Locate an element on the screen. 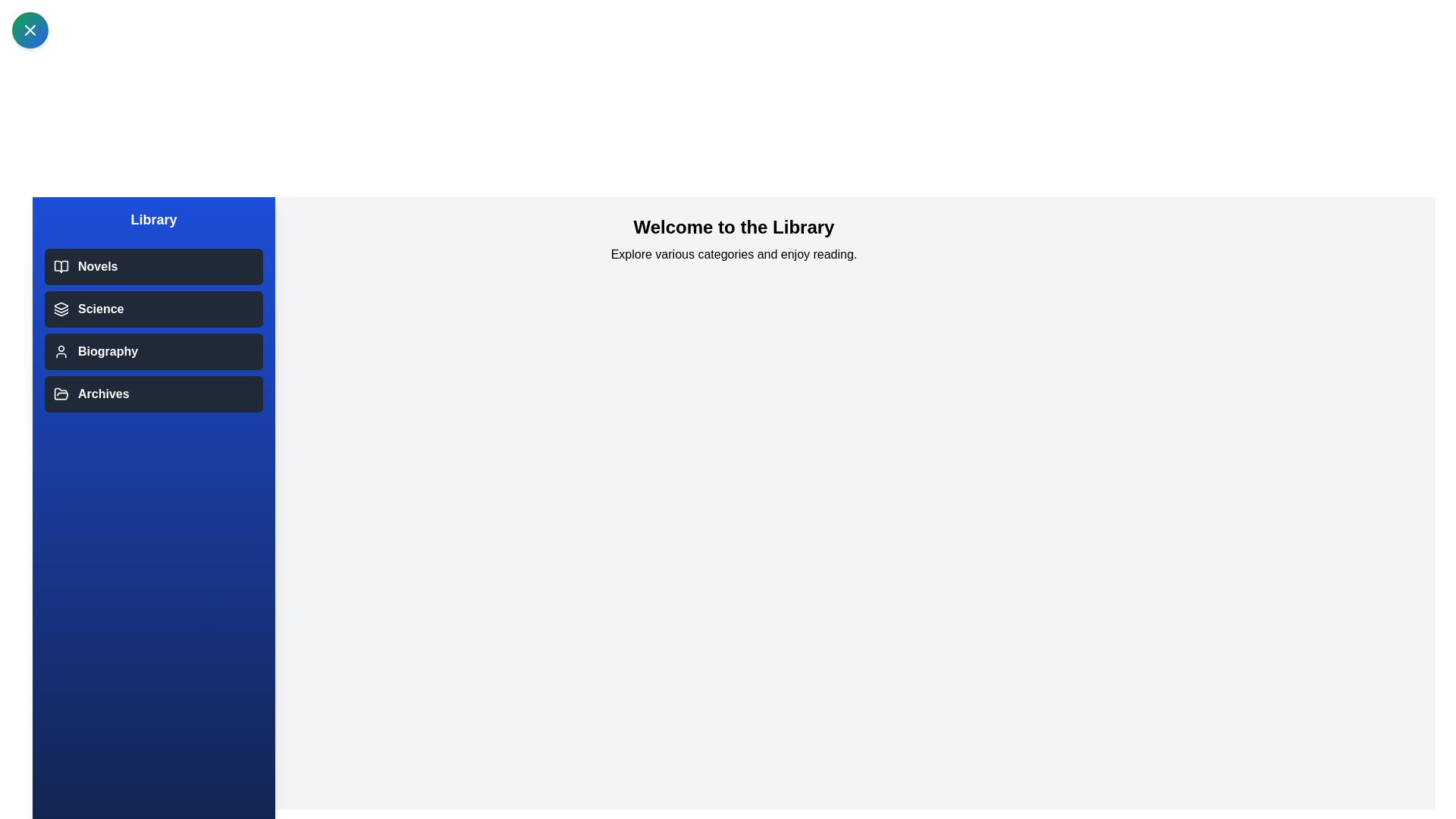  the category Science in the drawer list is located at coordinates (153, 309).